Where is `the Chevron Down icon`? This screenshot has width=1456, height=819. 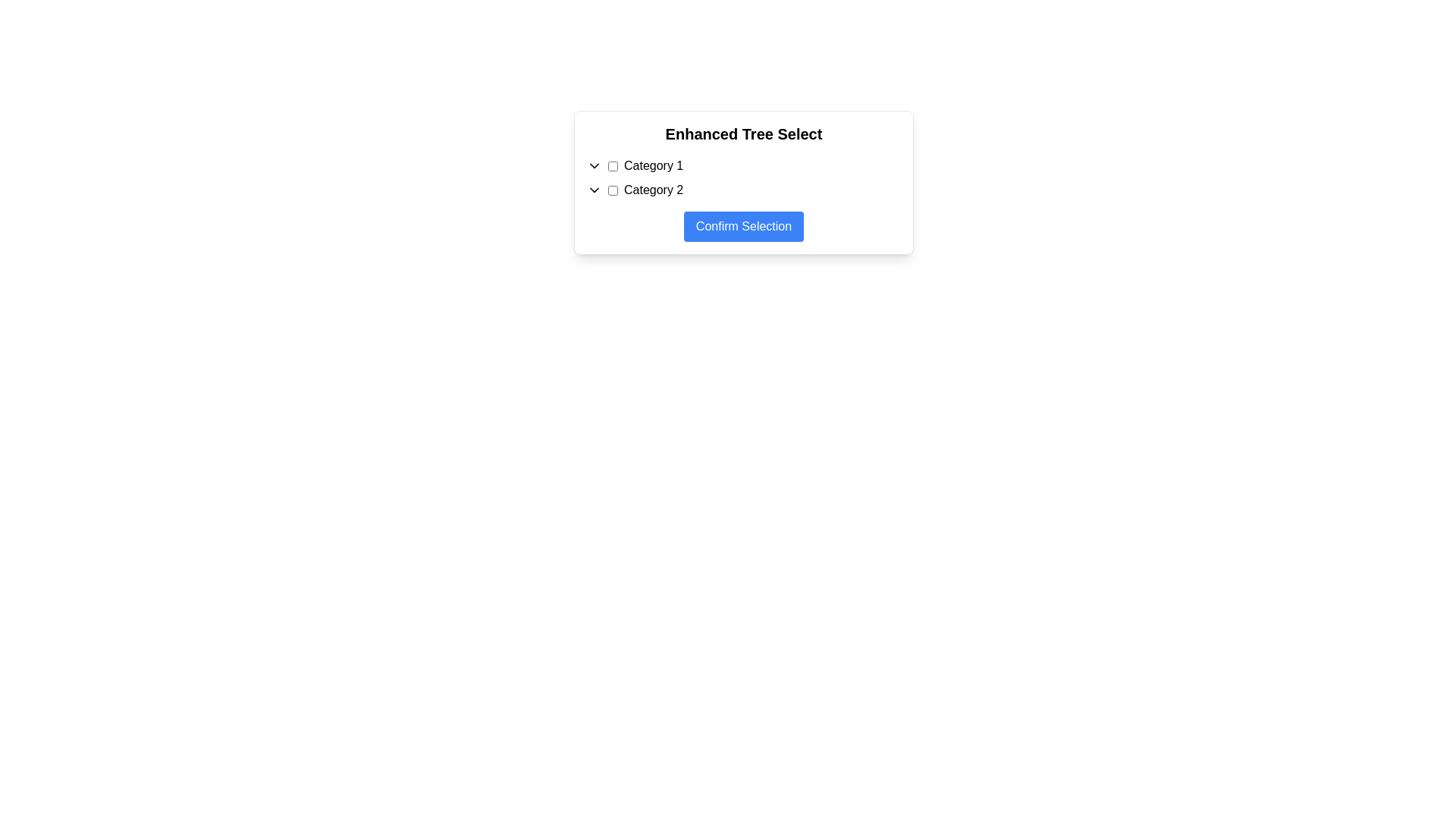 the Chevron Down icon is located at coordinates (593, 166).